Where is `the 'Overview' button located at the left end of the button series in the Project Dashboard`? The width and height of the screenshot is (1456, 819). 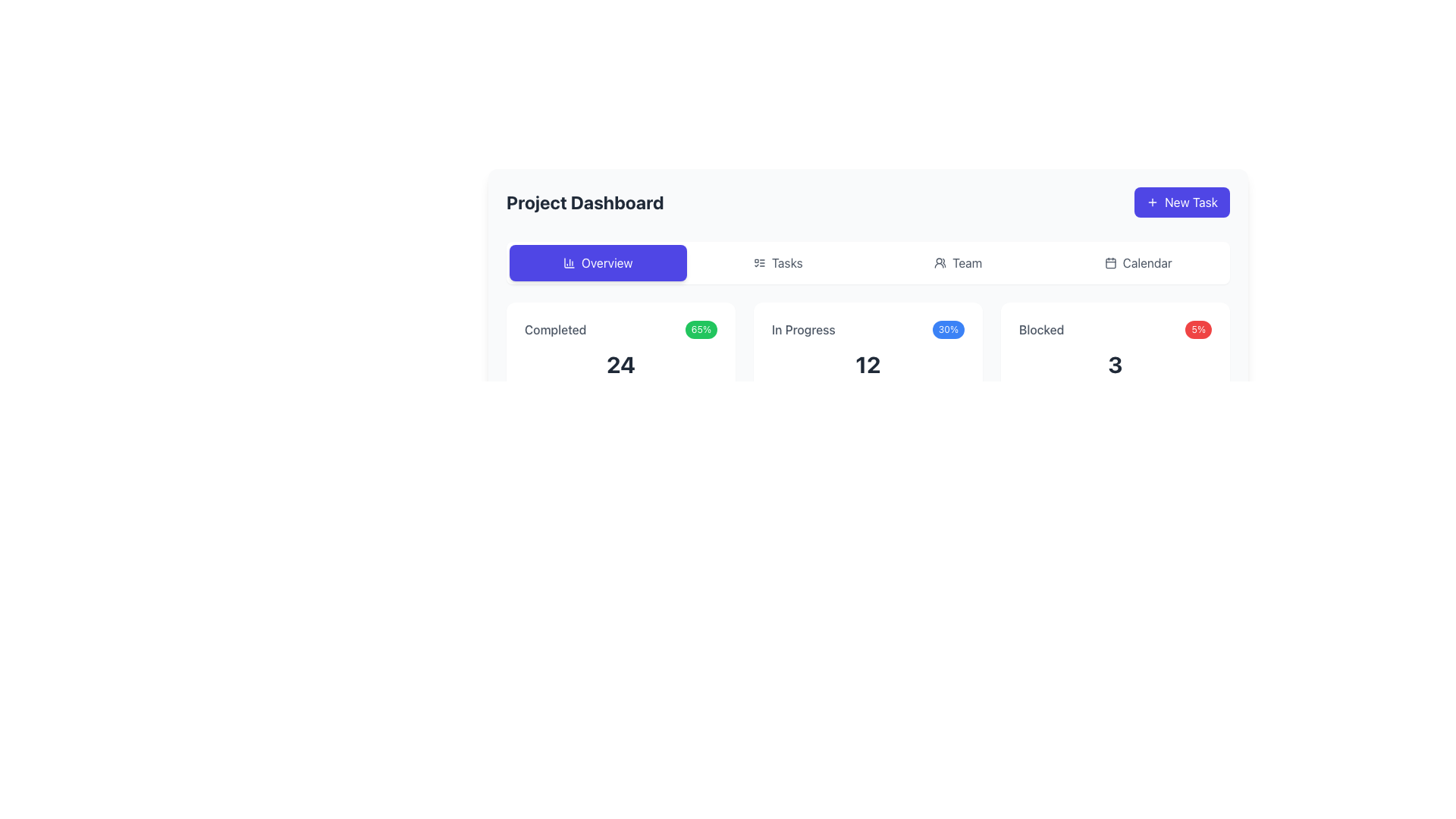 the 'Overview' button located at the left end of the button series in the Project Dashboard is located at coordinates (597, 262).